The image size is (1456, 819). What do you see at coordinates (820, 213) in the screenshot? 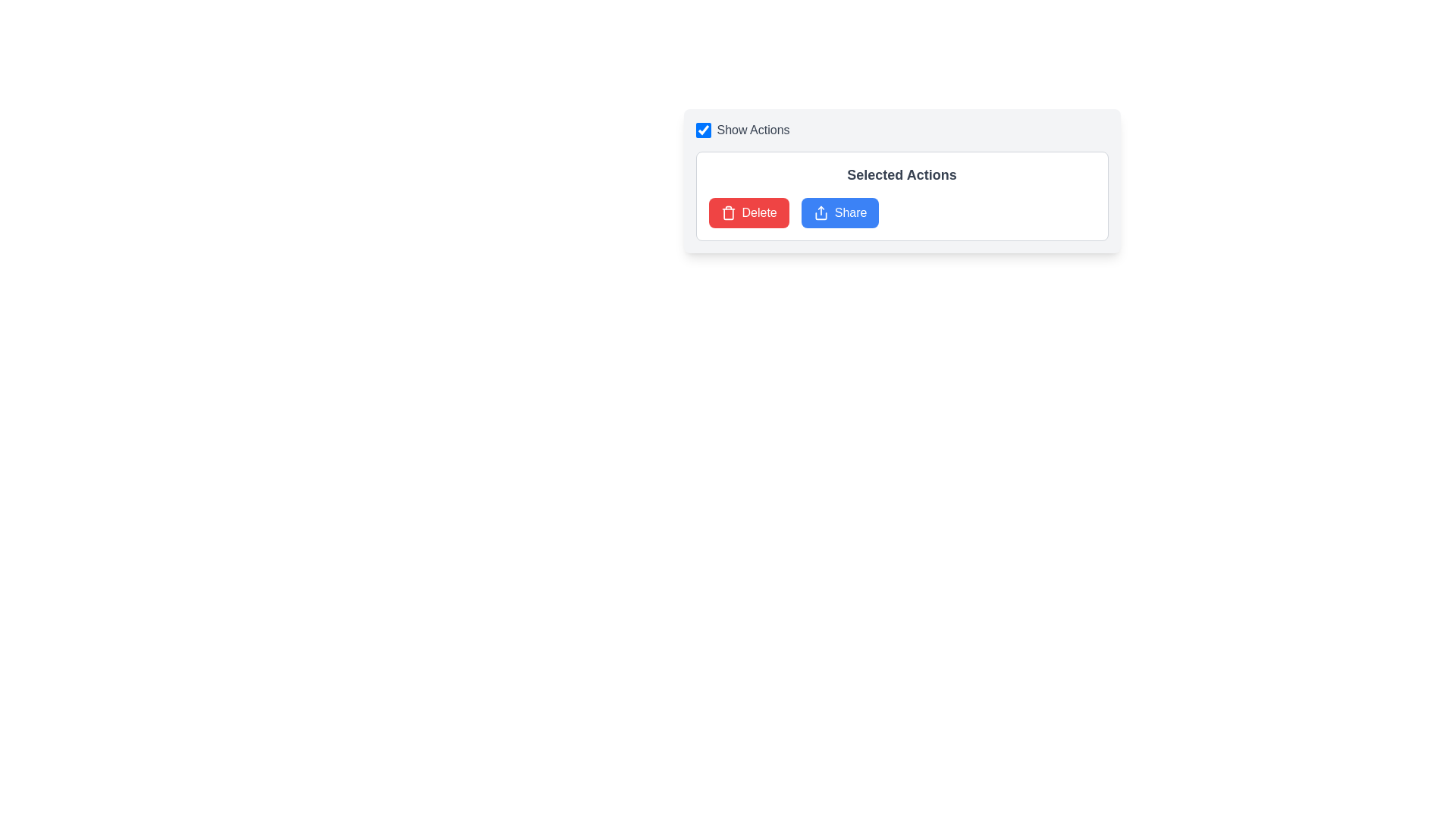
I see `the SVG icon representing the sharing action` at bounding box center [820, 213].